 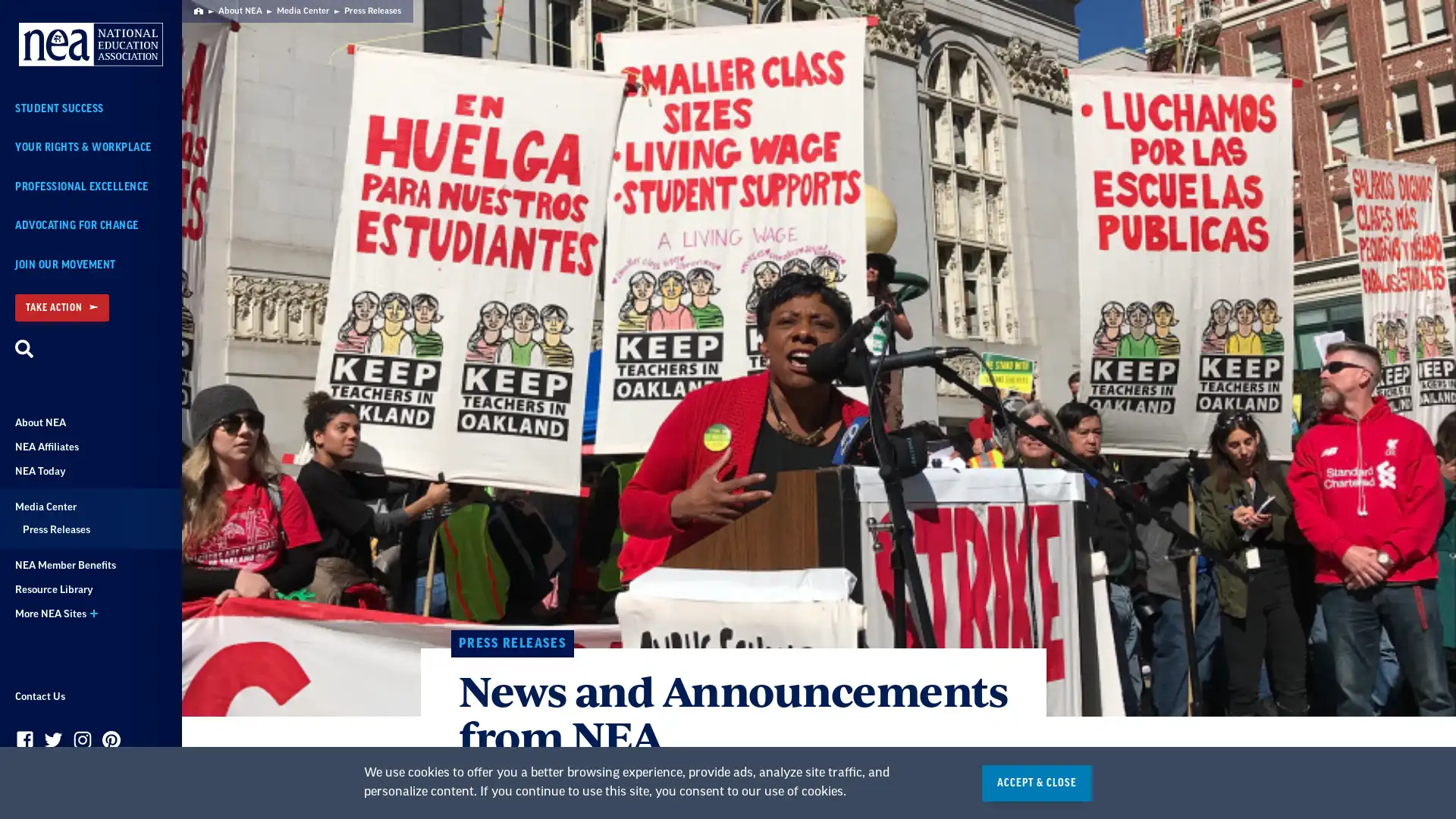 What do you see at coordinates (1036, 783) in the screenshot?
I see `ACCEPT & CLOSE` at bounding box center [1036, 783].